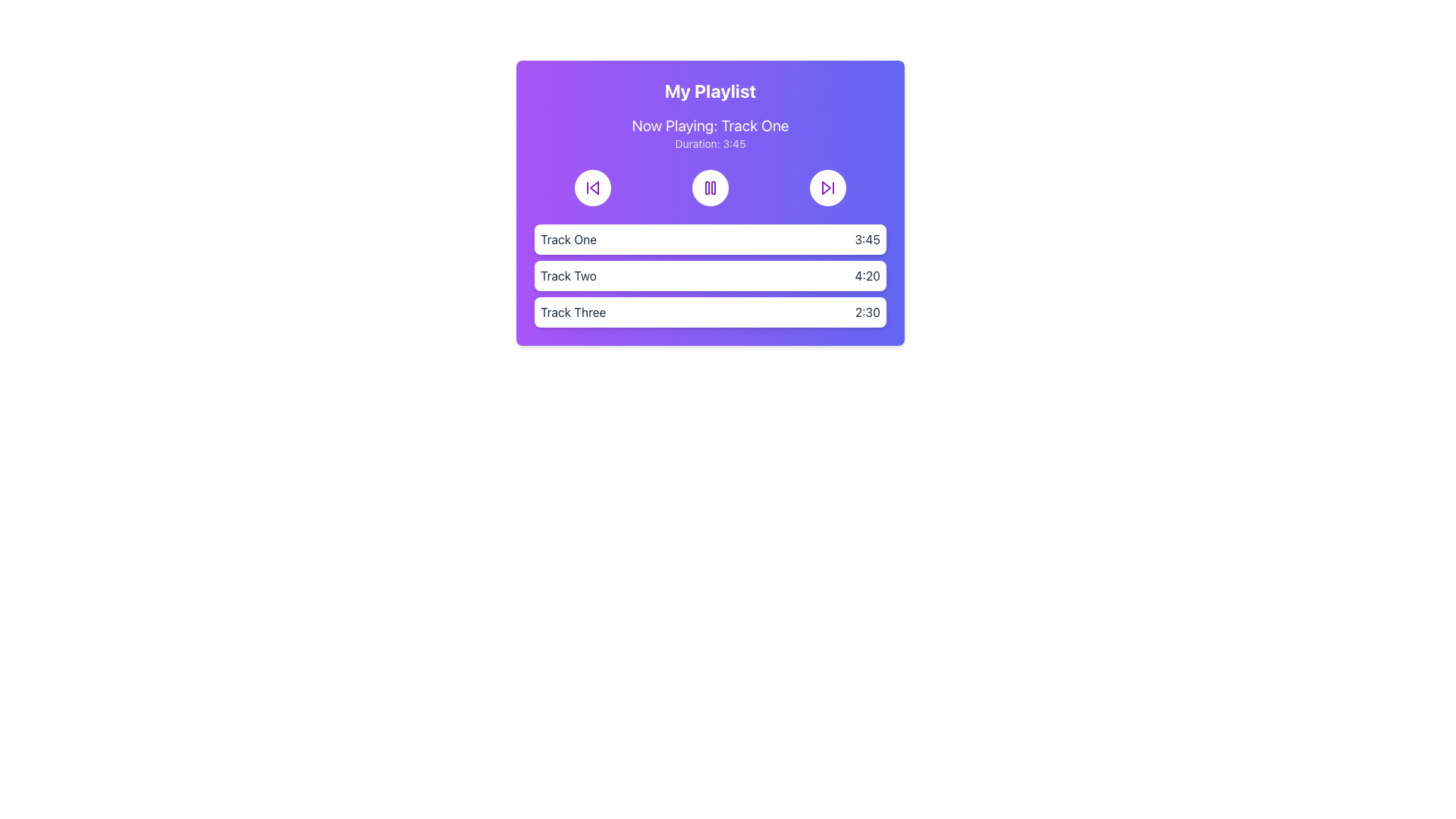  I want to click on the 'skip forward' button located in the control buttons section of the media player, so click(827, 187).